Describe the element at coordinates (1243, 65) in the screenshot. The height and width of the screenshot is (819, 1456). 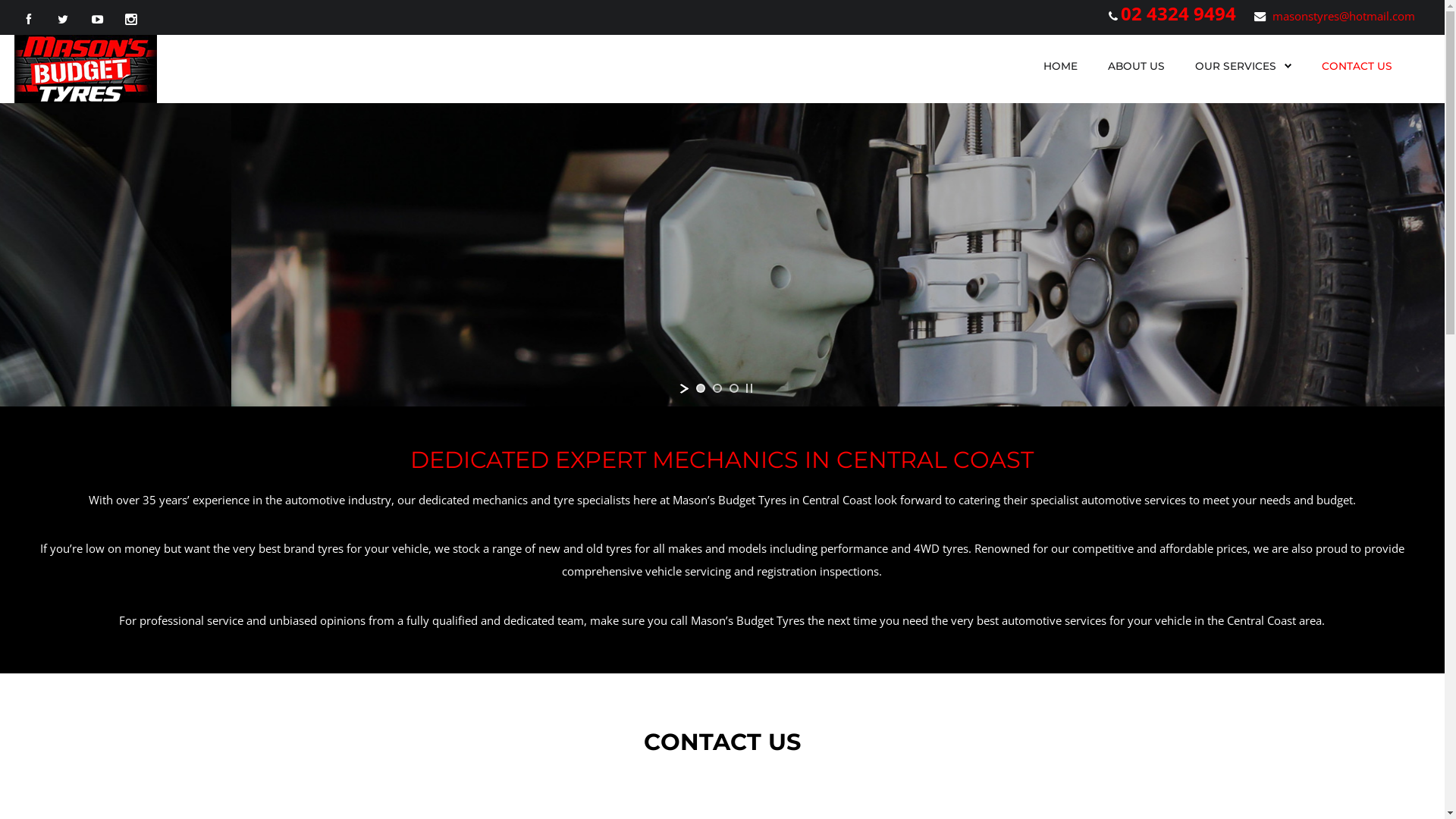
I see `'OUR SERVICES'` at that location.